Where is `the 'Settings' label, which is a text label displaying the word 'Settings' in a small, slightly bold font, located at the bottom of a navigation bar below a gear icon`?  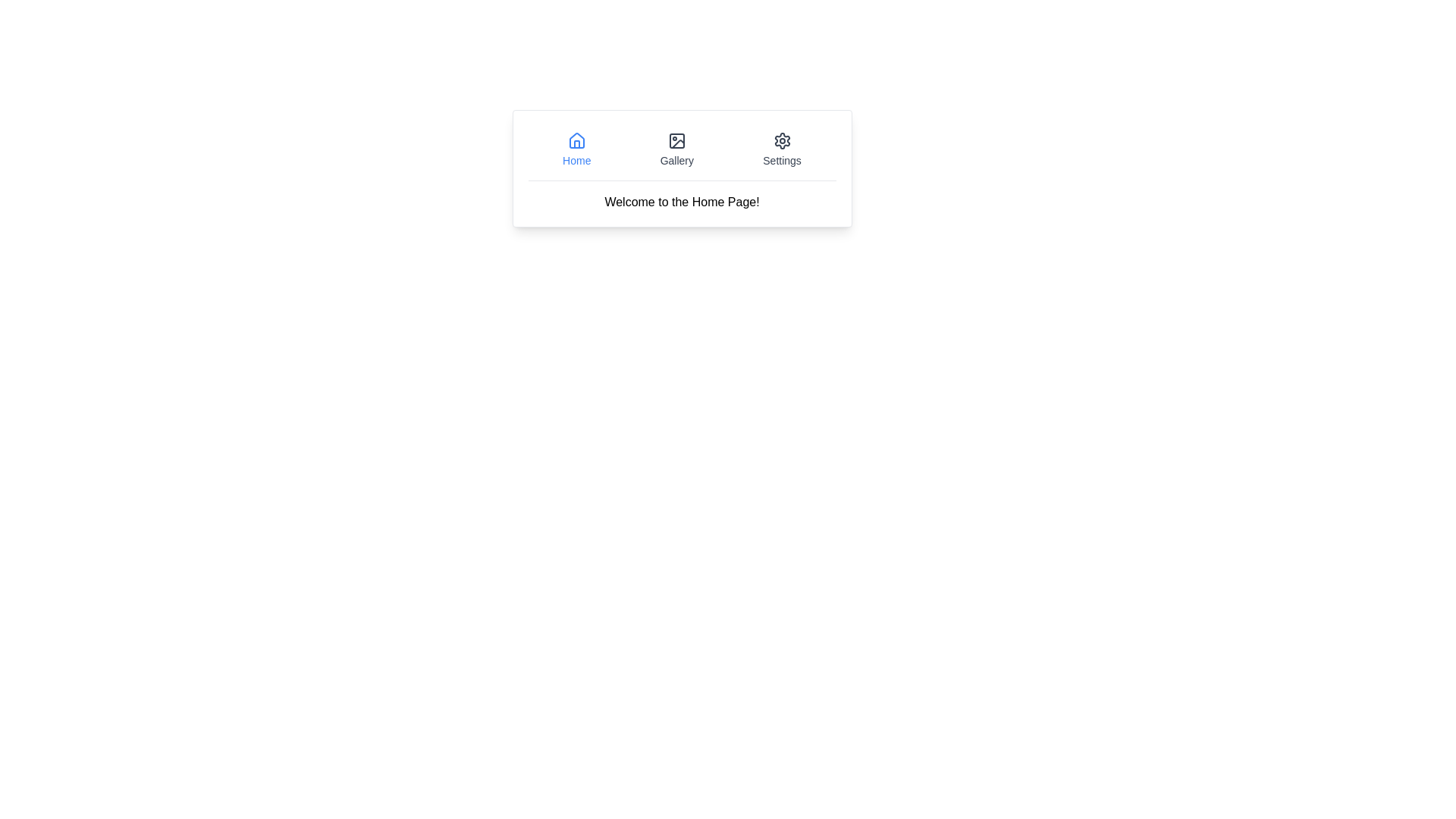 the 'Settings' label, which is a text label displaying the word 'Settings' in a small, slightly bold font, located at the bottom of a navigation bar below a gear icon is located at coordinates (782, 161).